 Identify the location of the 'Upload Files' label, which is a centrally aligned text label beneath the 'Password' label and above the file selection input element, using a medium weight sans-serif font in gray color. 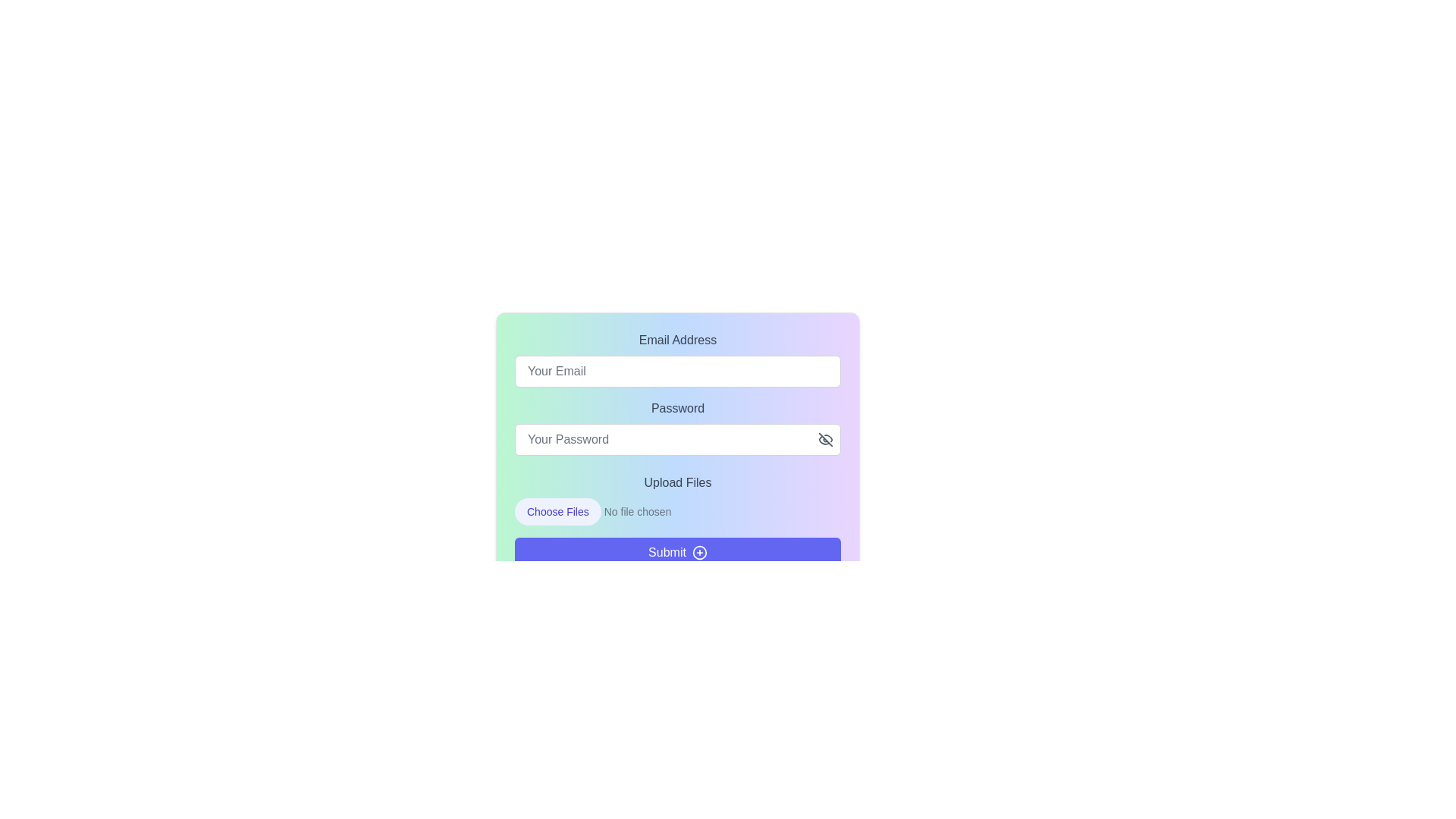
(676, 482).